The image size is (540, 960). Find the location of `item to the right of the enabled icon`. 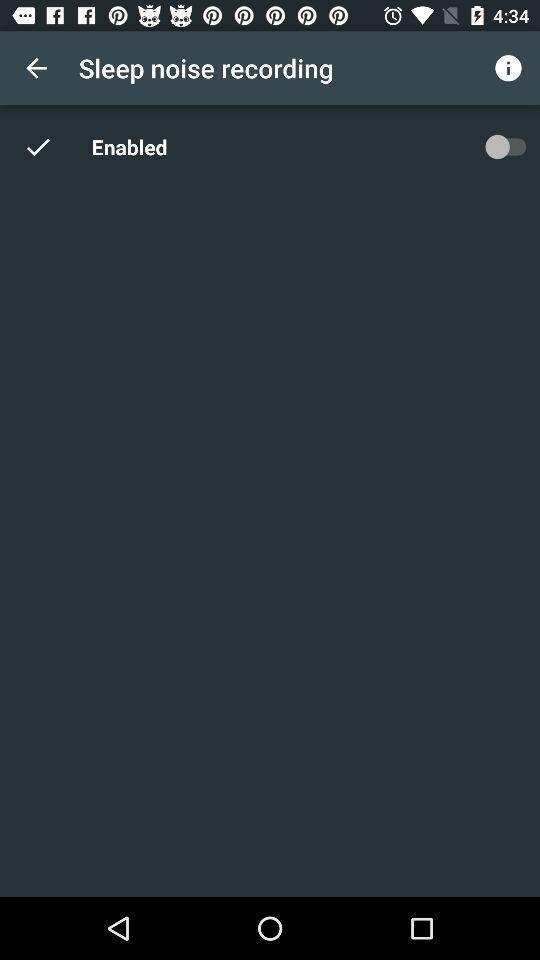

item to the right of the enabled icon is located at coordinates (504, 145).